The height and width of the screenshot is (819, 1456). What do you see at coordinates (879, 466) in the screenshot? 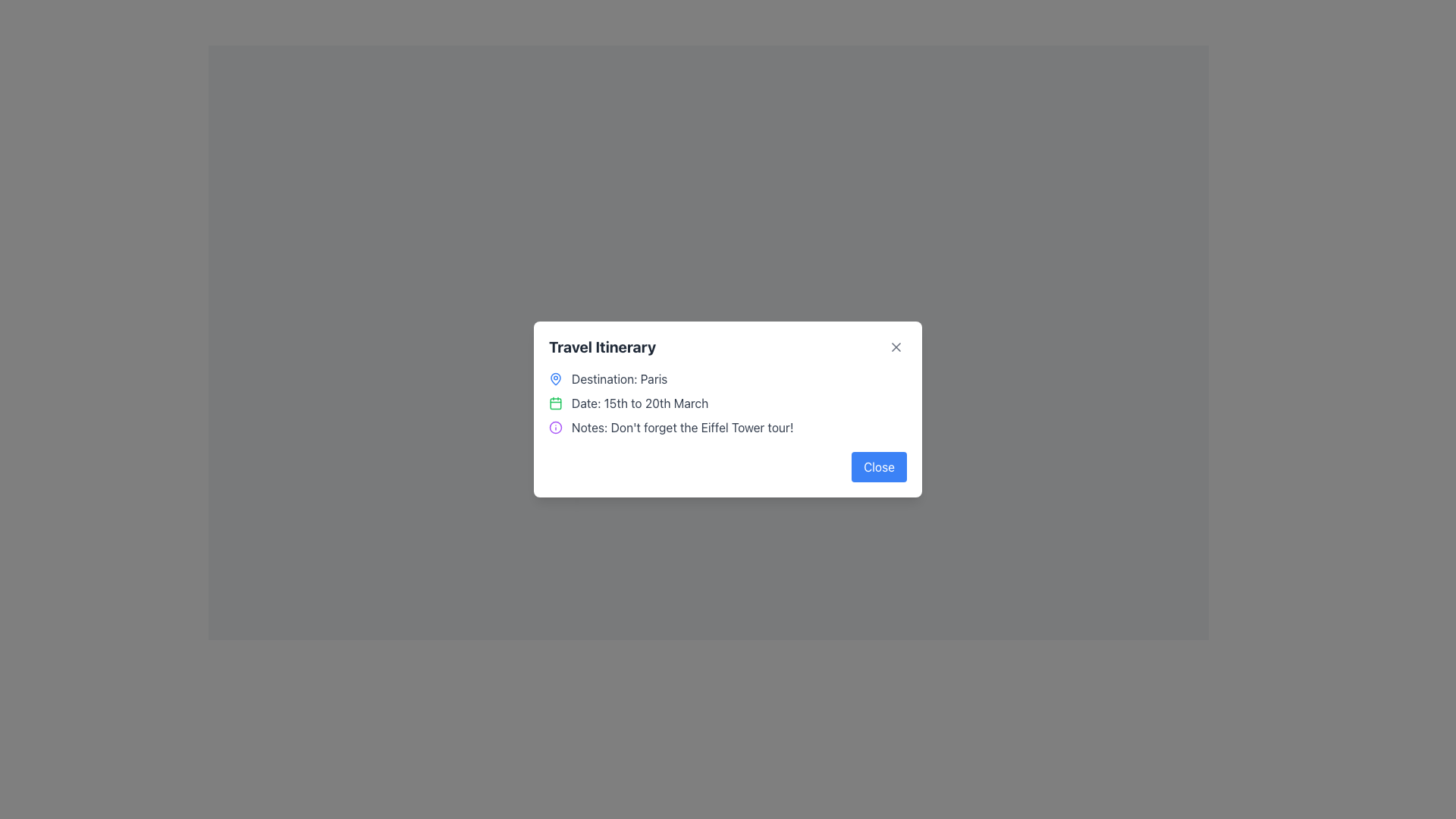
I see `the 'Close' button located at the bottom-right corner of the modal dialog to observe the hover styling effect (darker blue)` at bounding box center [879, 466].